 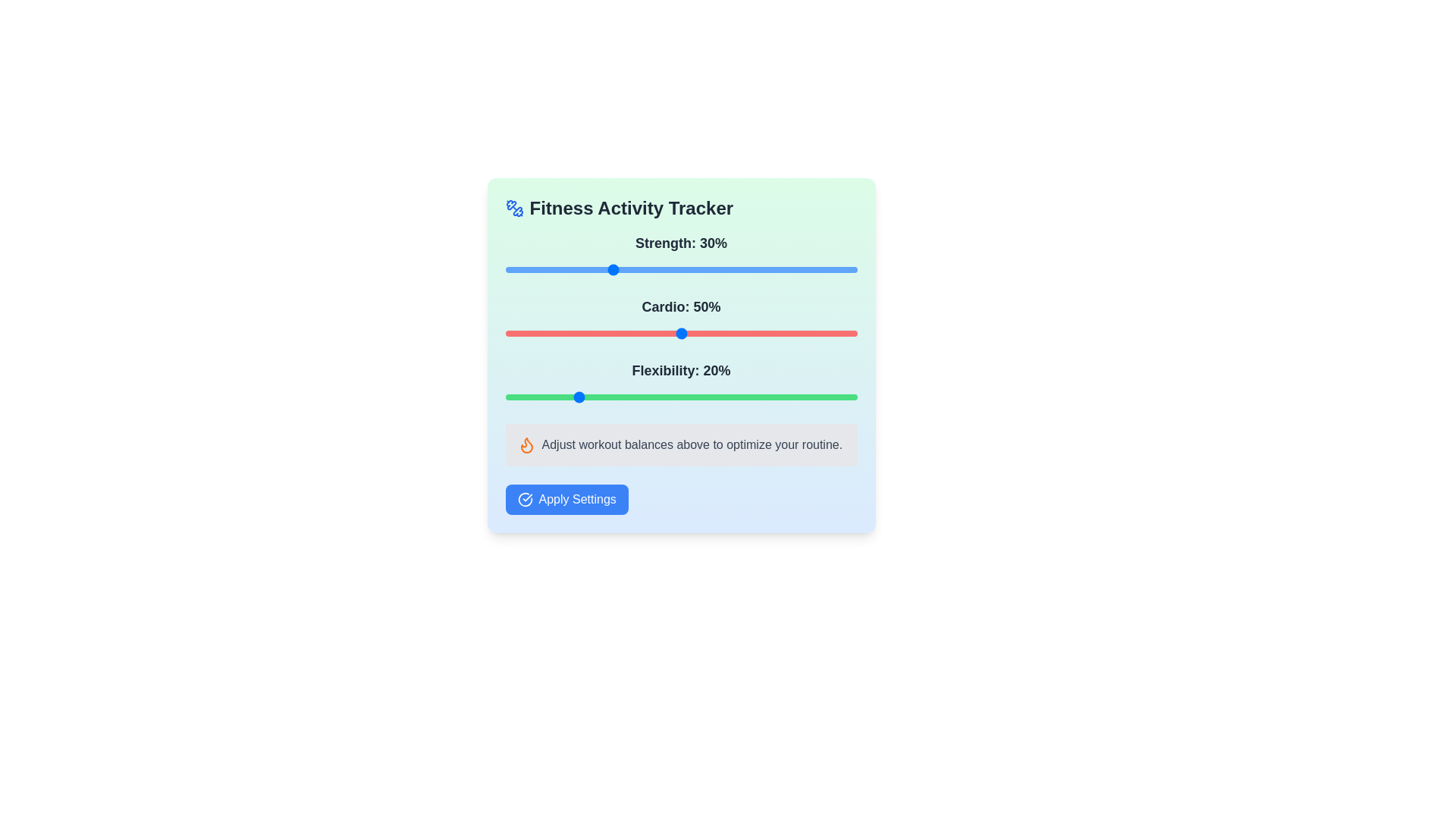 I want to click on the Cardio slider, so click(x=701, y=332).